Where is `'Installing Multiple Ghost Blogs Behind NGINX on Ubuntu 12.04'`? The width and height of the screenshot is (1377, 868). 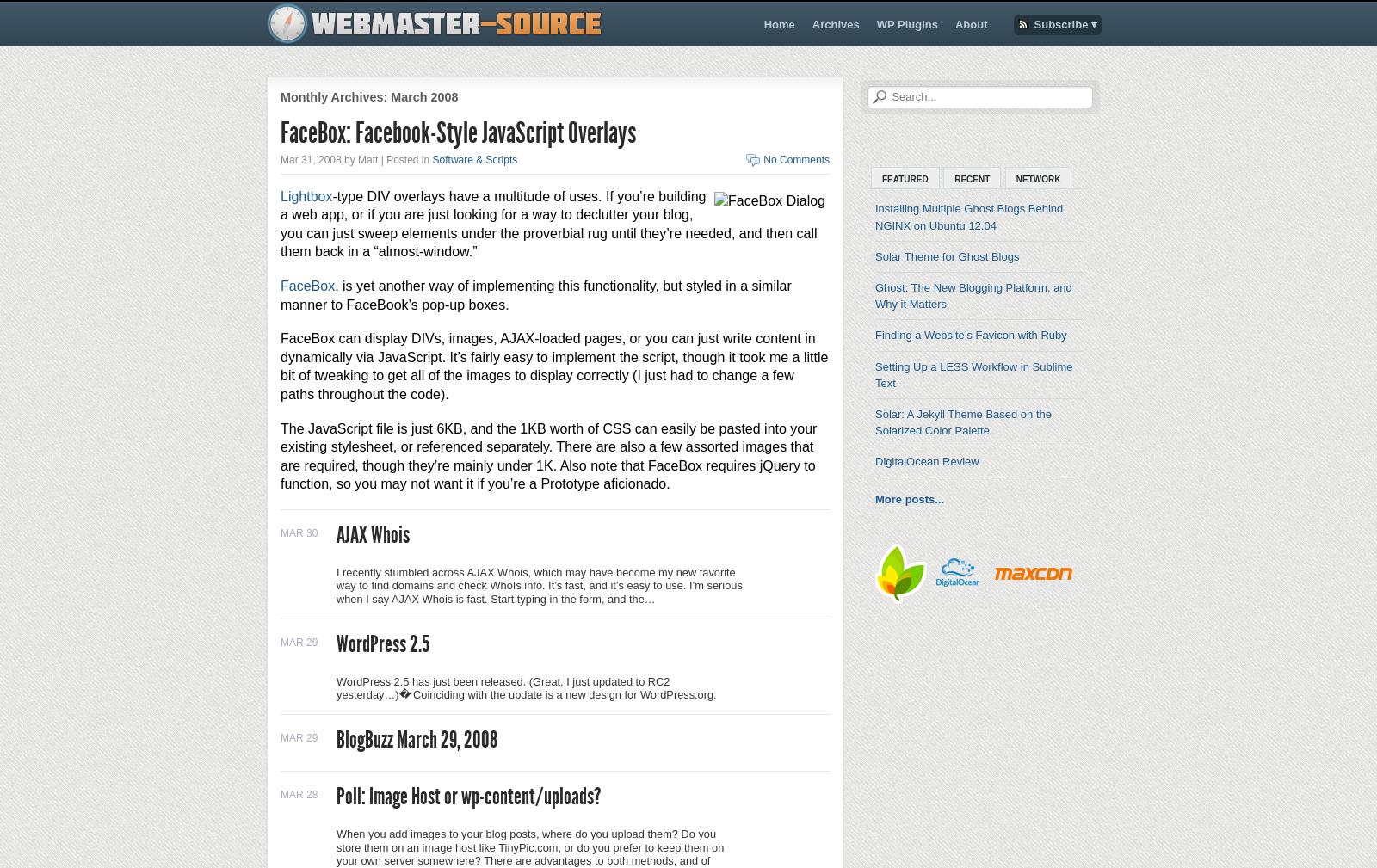
'Installing Multiple Ghost Blogs Behind NGINX on Ubuntu 12.04' is located at coordinates (874, 216).